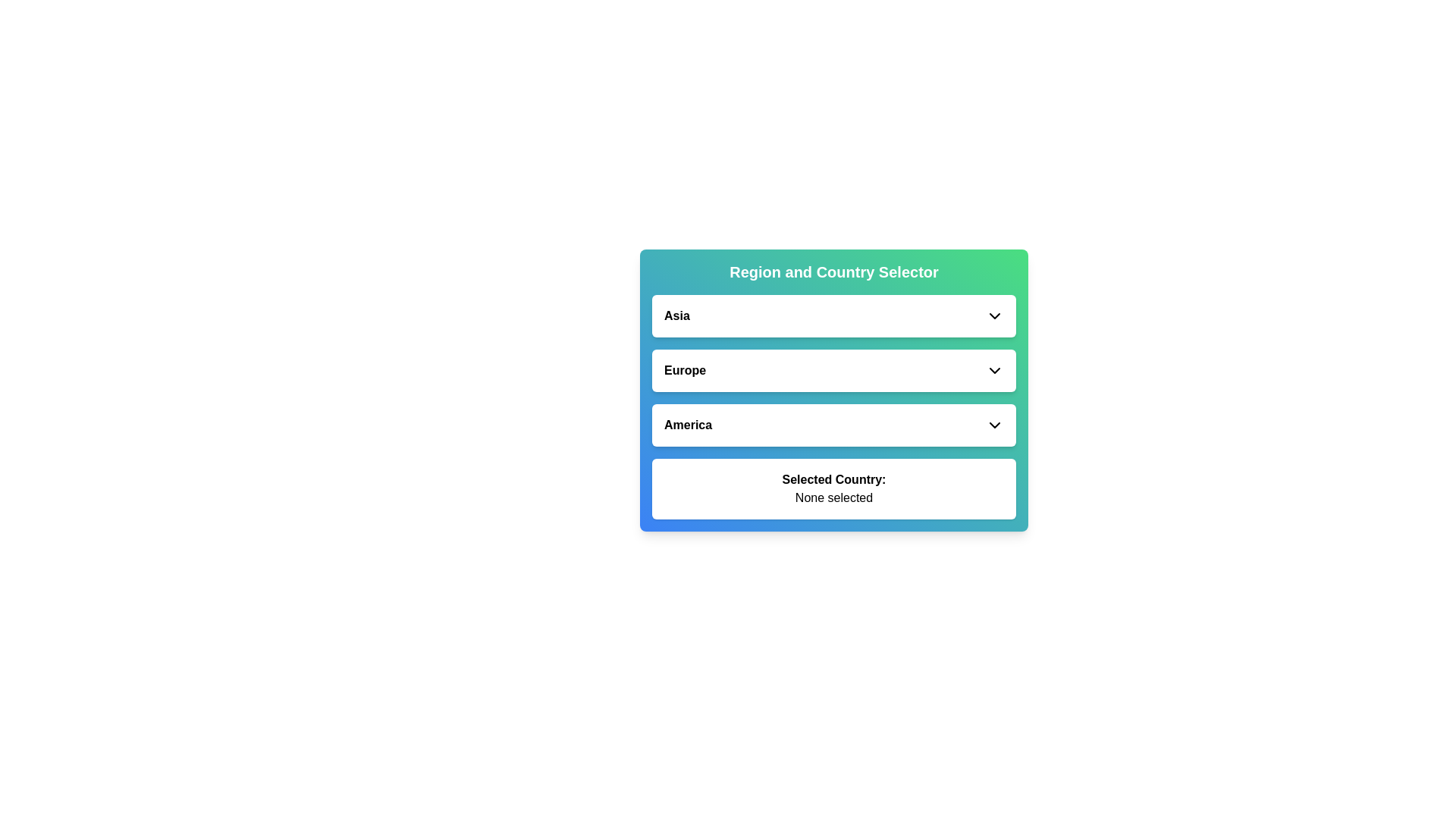 This screenshot has width=1456, height=819. Describe the element at coordinates (833, 371) in the screenshot. I see `the 'Europe' option in the dropdown menu located in the 'Region and Country Selector'` at that location.